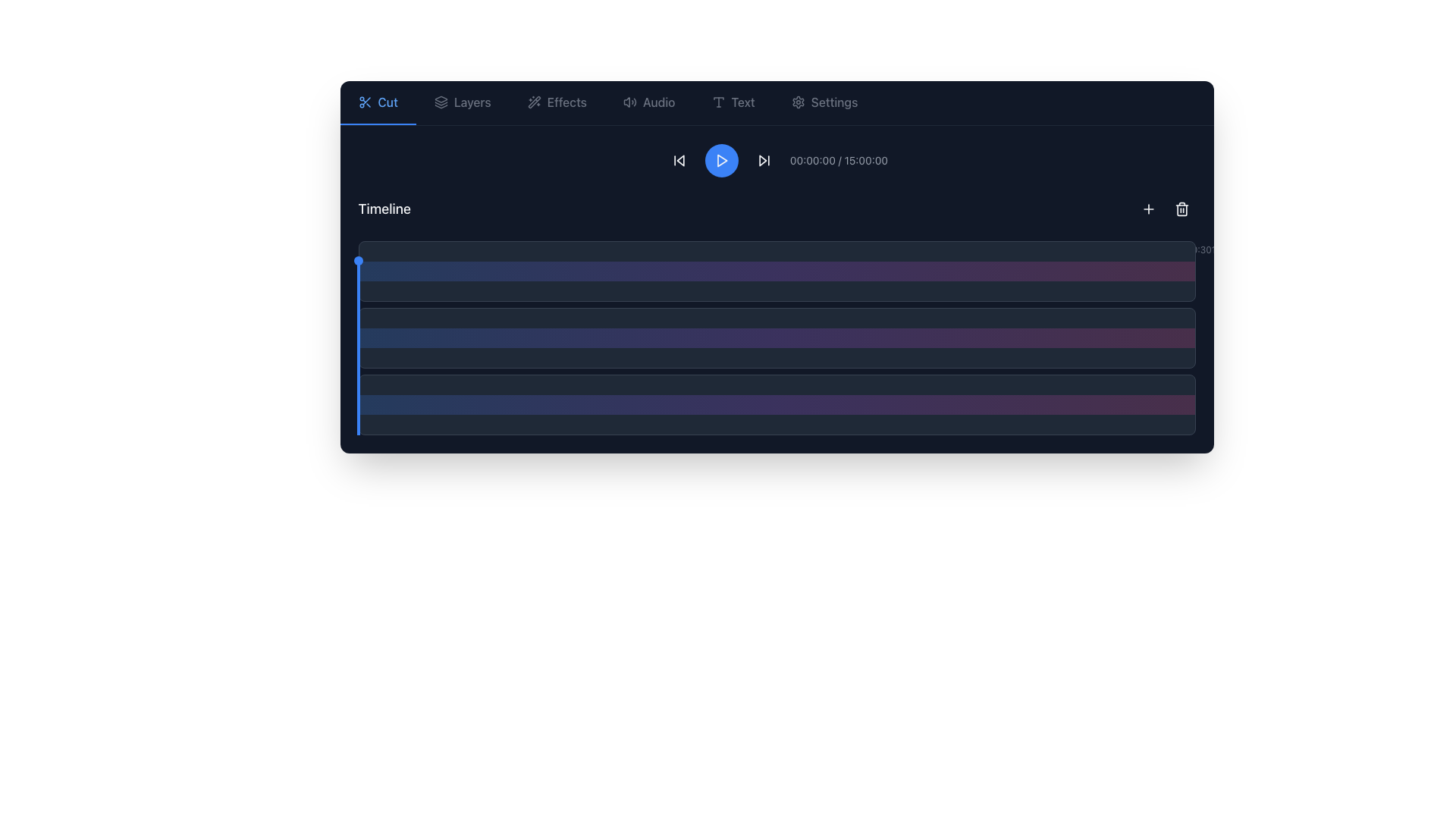  Describe the element at coordinates (839, 249) in the screenshot. I see `the time marker text element located at the center of the timeline, specifically the 25th element in the sequence, positioned between '5:45' and '6:15'` at that location.